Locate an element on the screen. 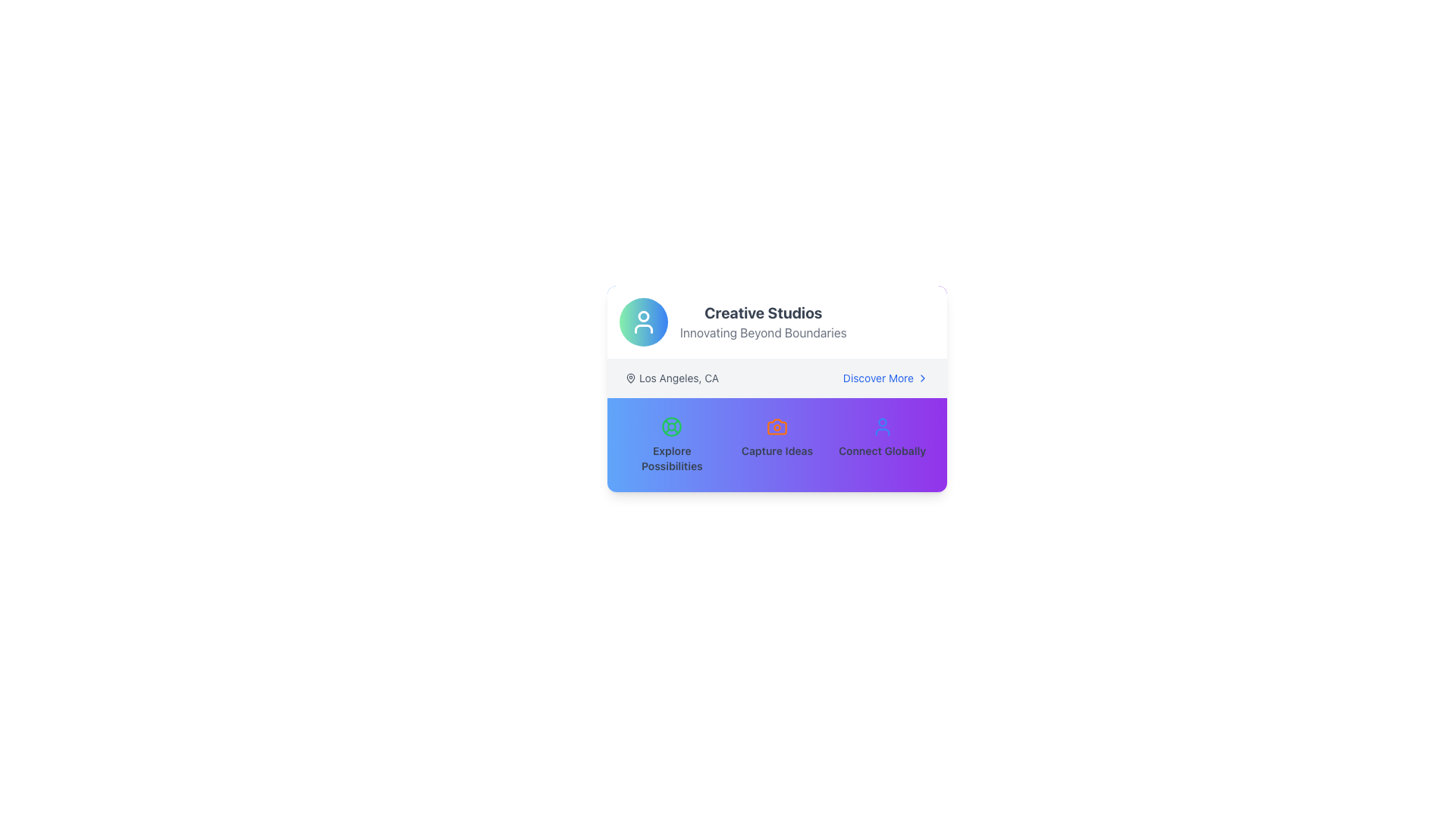  the text link styled in blue labeled 'Discover More' with a rightward arrow icon is located at coordinates (886, 377).